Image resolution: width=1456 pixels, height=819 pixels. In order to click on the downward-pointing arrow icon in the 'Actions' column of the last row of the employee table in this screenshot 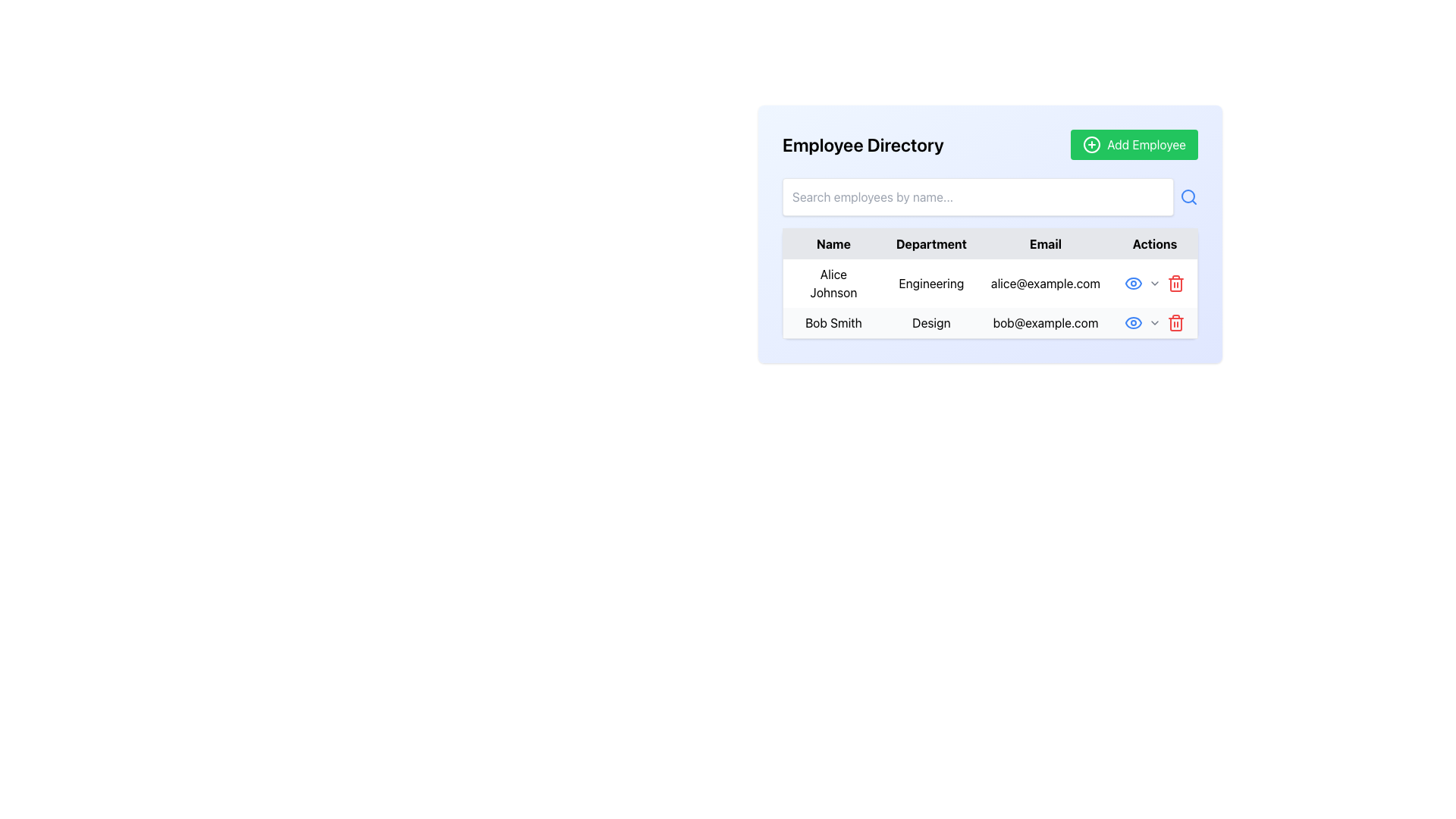, I will do `click(1153, 322)`.